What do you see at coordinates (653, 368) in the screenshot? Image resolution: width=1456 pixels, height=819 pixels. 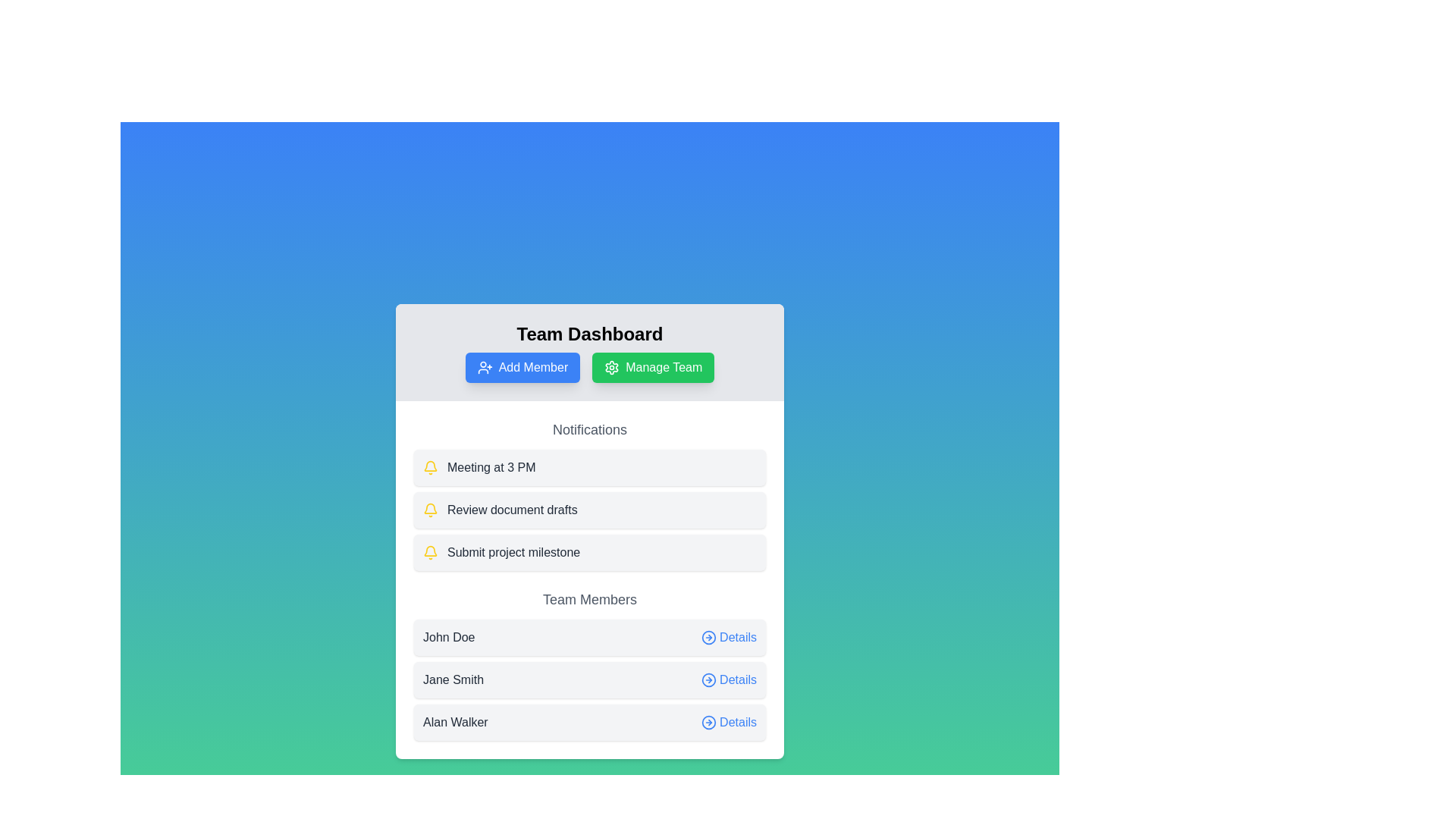 I see `the green 'Manage Team' button with a gear icon to check for any tooltip that appears` at bounding box center [653, 368].